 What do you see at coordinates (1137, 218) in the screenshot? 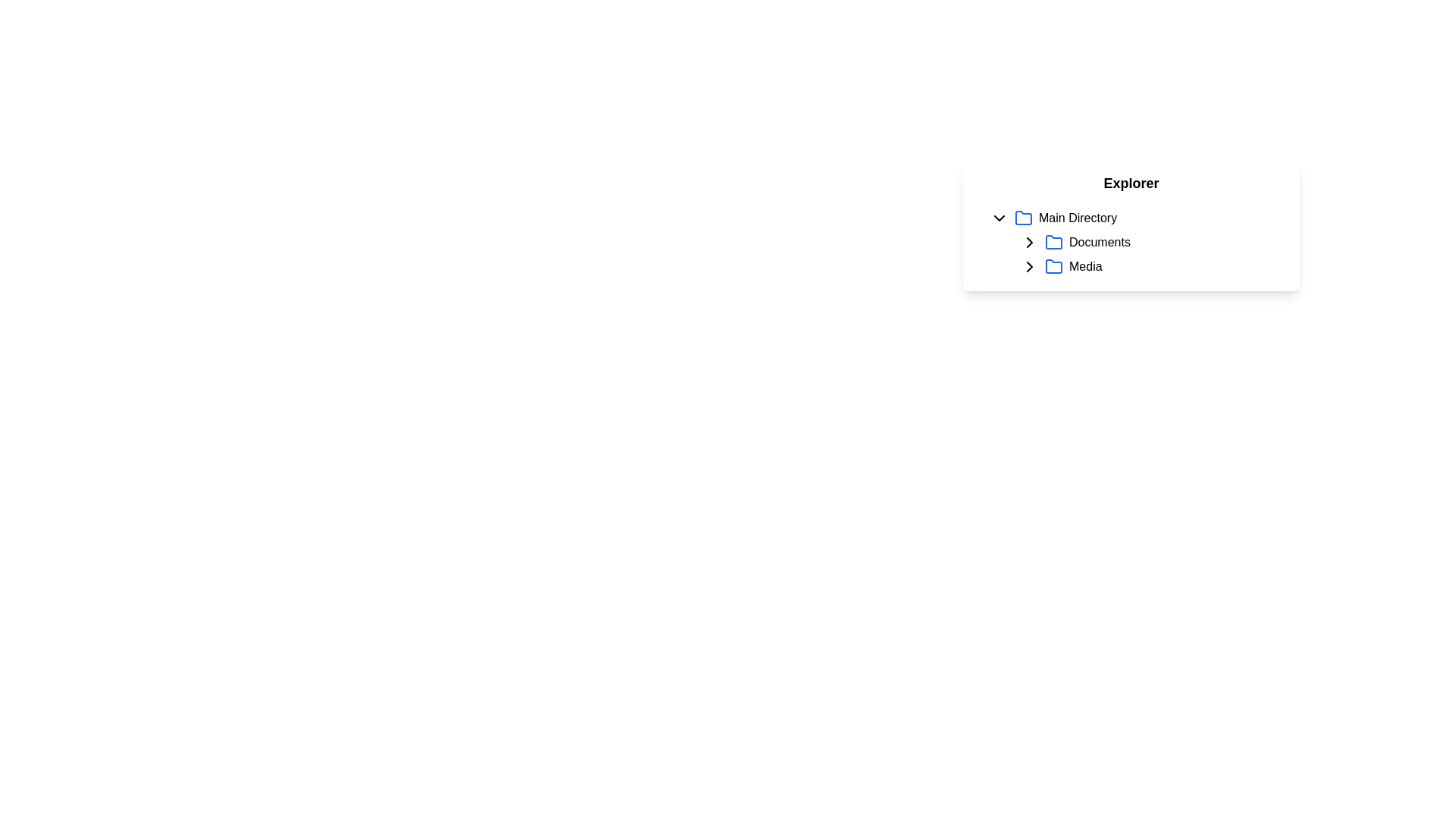
I see `the 'Main Directory' collapsible list item` at bounding box center [1137, 218].